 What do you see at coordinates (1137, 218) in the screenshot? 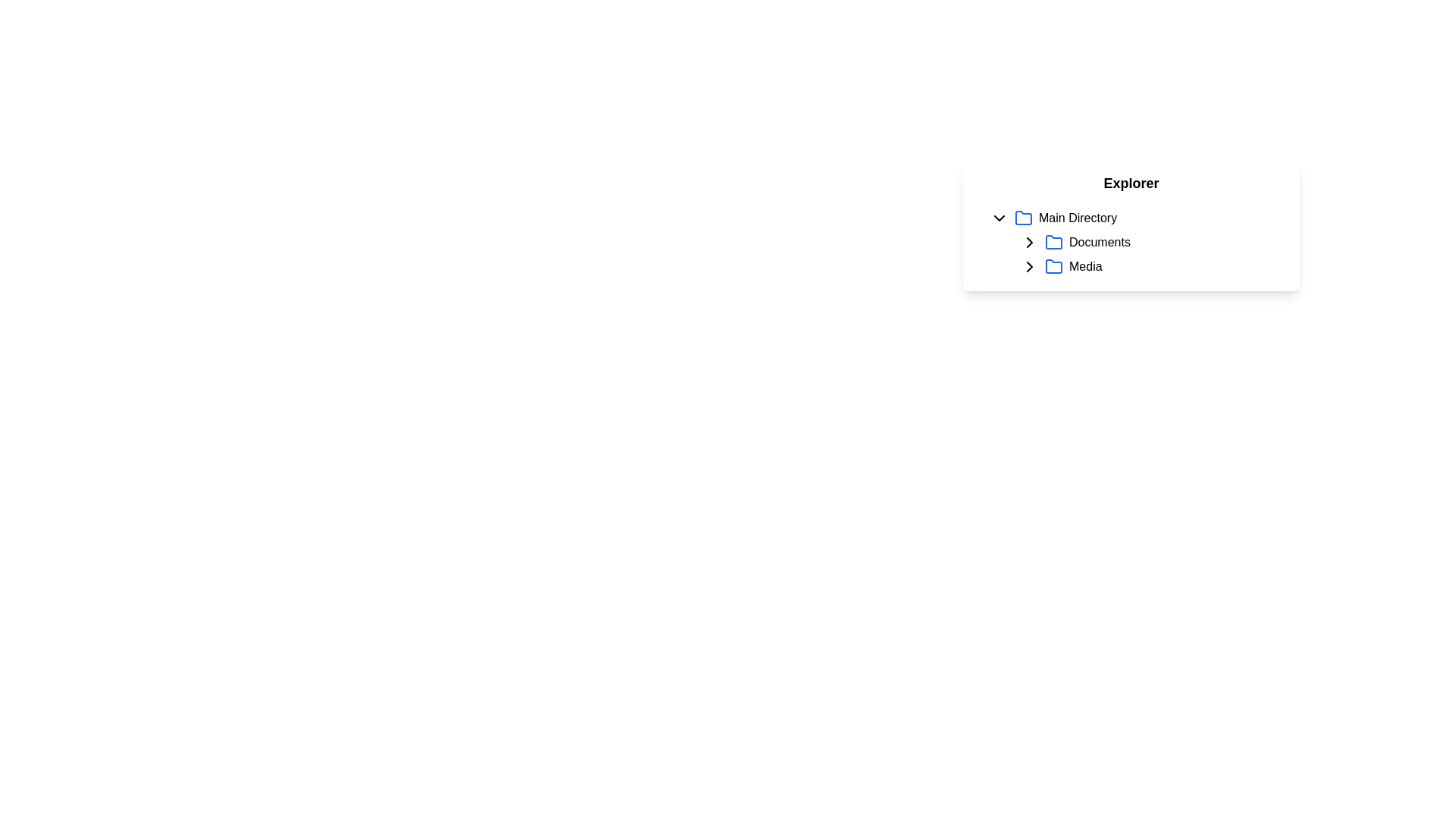
I see `the 'Main Directory' collapsible list item` at bounding box center [1137, 218].